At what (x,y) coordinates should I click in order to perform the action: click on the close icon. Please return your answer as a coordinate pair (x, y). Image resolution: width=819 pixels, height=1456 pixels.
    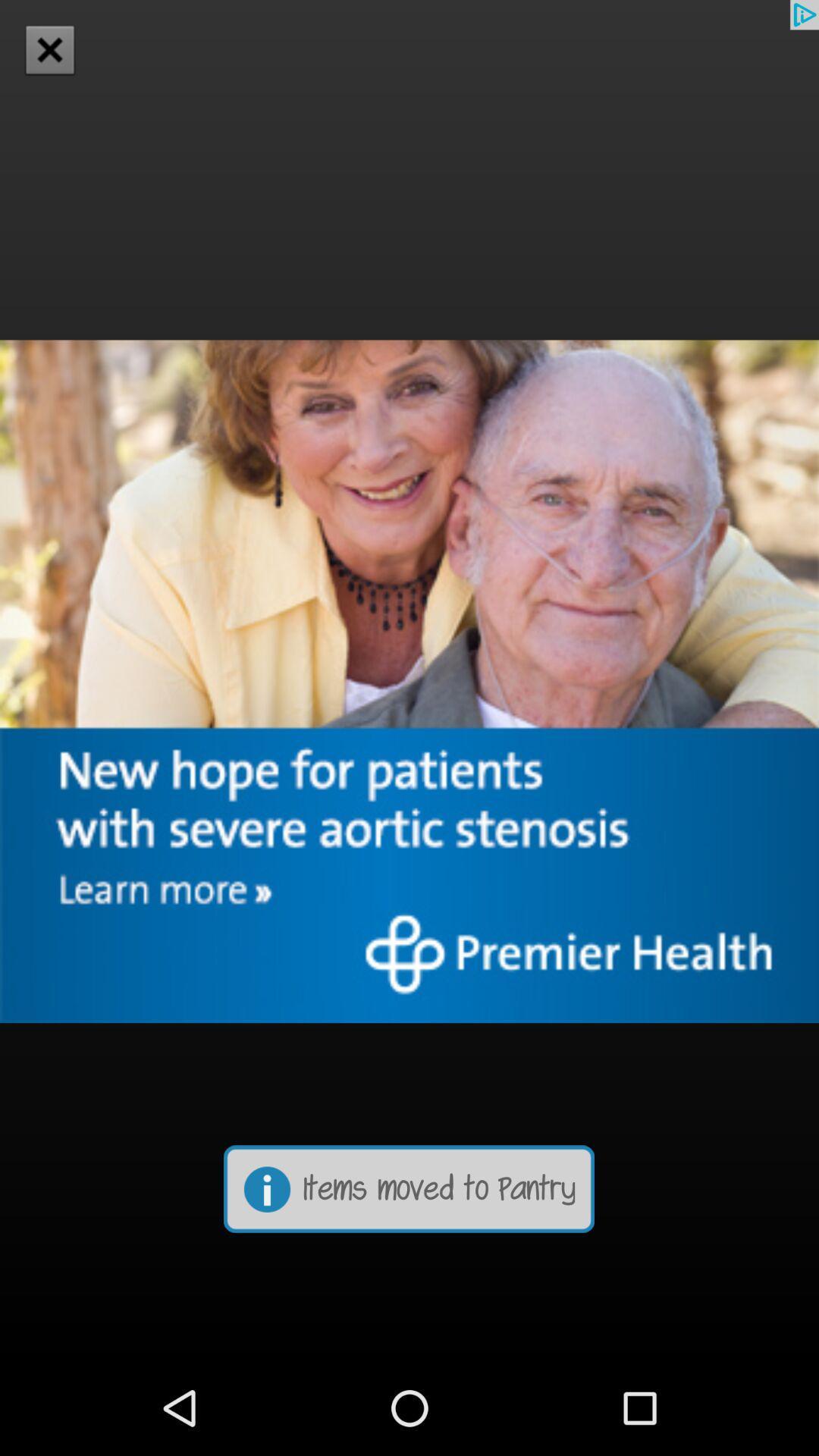
    Looking at the image, I should click on (49, 53).